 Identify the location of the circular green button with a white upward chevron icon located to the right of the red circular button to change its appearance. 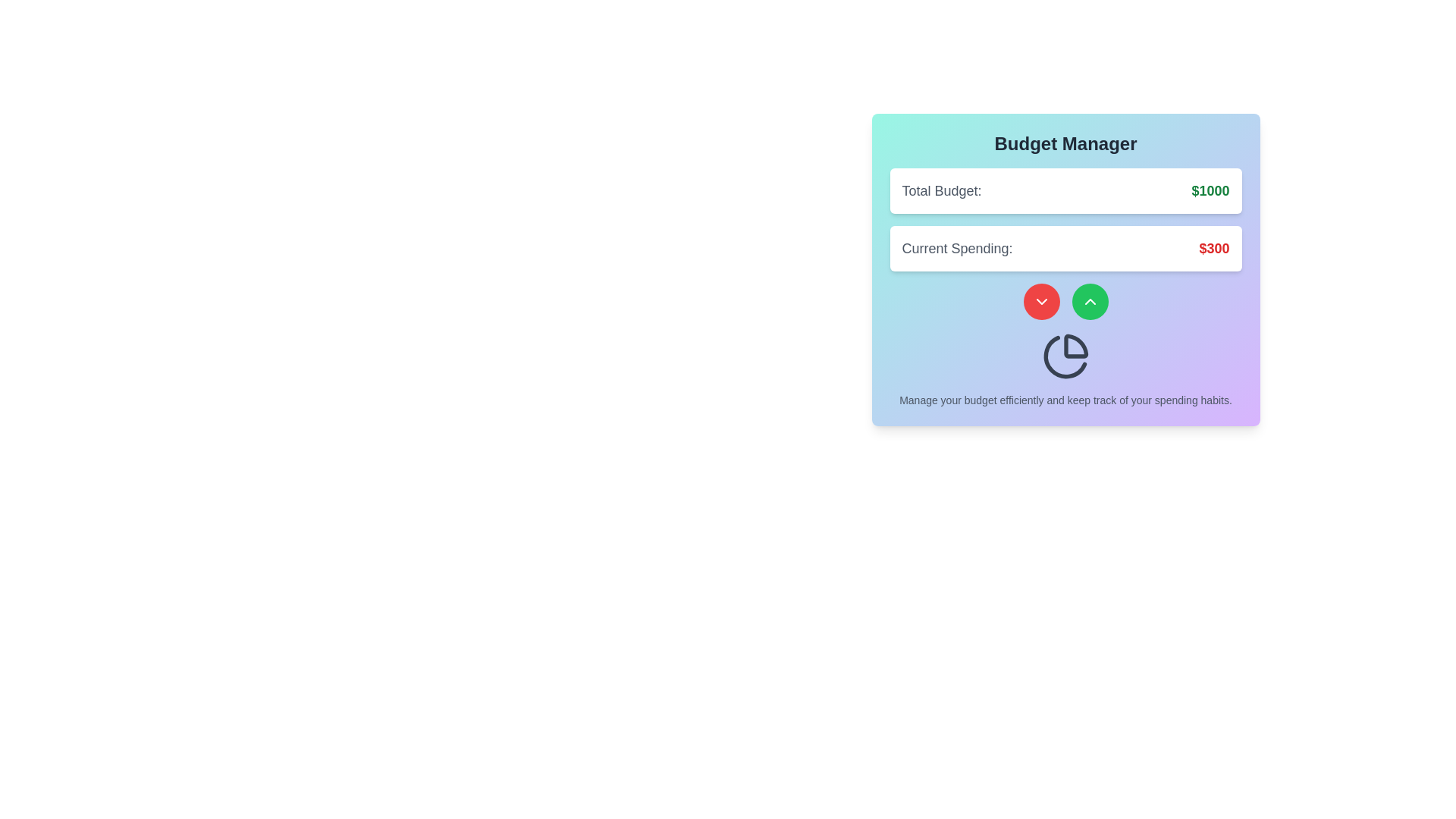
(1089, 301).